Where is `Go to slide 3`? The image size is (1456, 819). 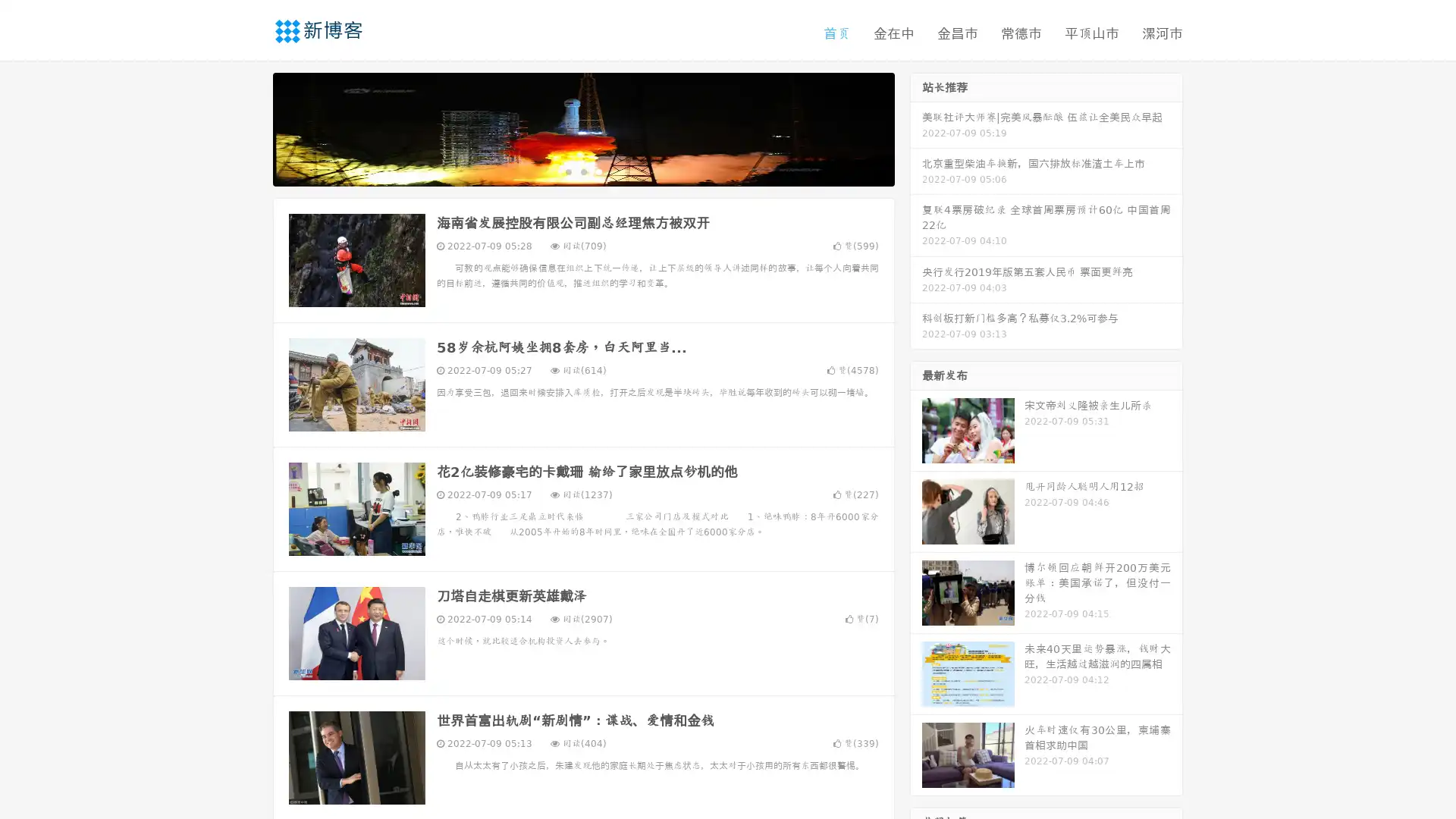
Go to slide 3 is located at coordinates (598, 171).